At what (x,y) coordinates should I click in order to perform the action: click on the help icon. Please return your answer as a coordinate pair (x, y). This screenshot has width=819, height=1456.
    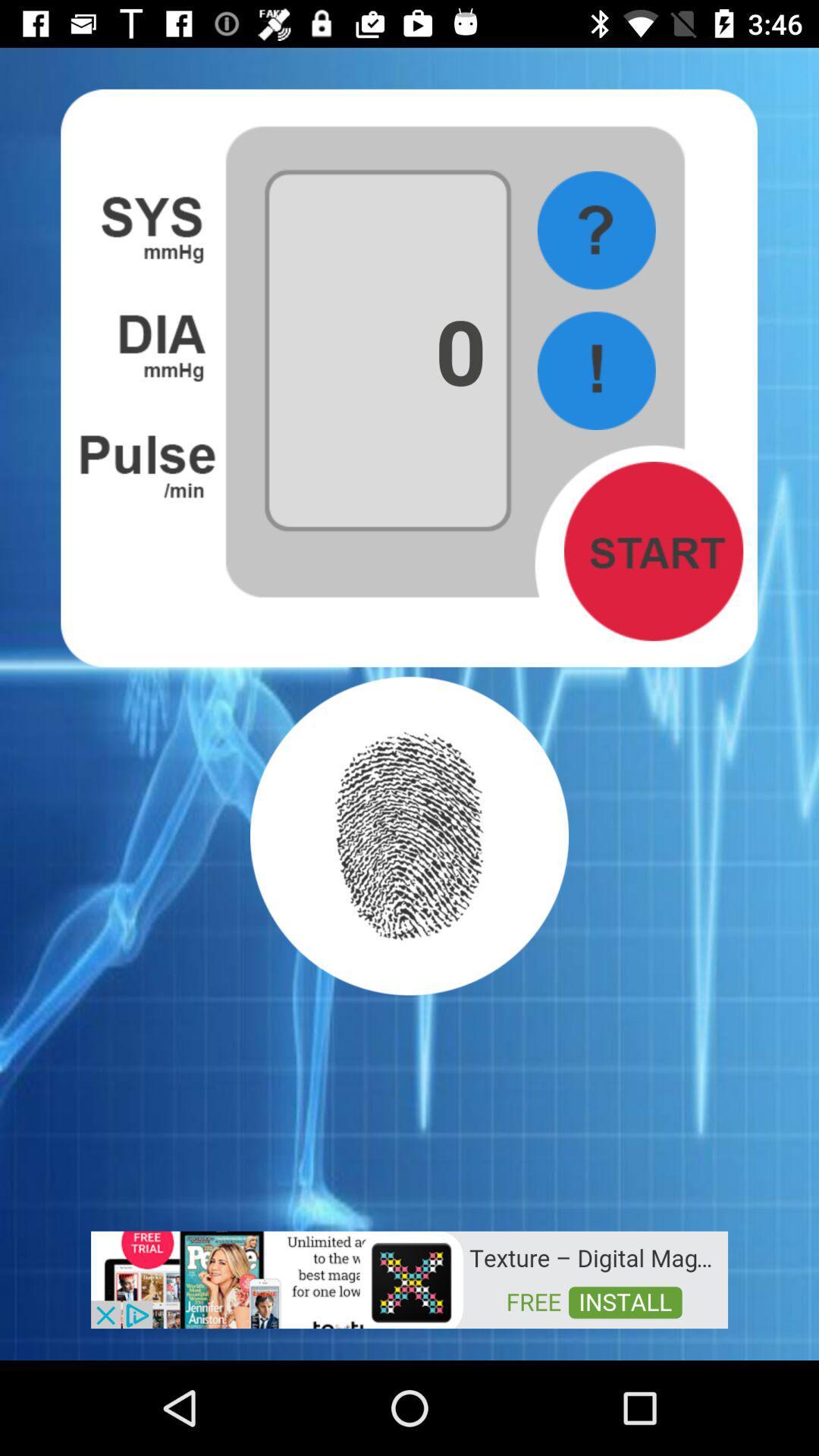
    Looking at the image, I should click on (595, 230).